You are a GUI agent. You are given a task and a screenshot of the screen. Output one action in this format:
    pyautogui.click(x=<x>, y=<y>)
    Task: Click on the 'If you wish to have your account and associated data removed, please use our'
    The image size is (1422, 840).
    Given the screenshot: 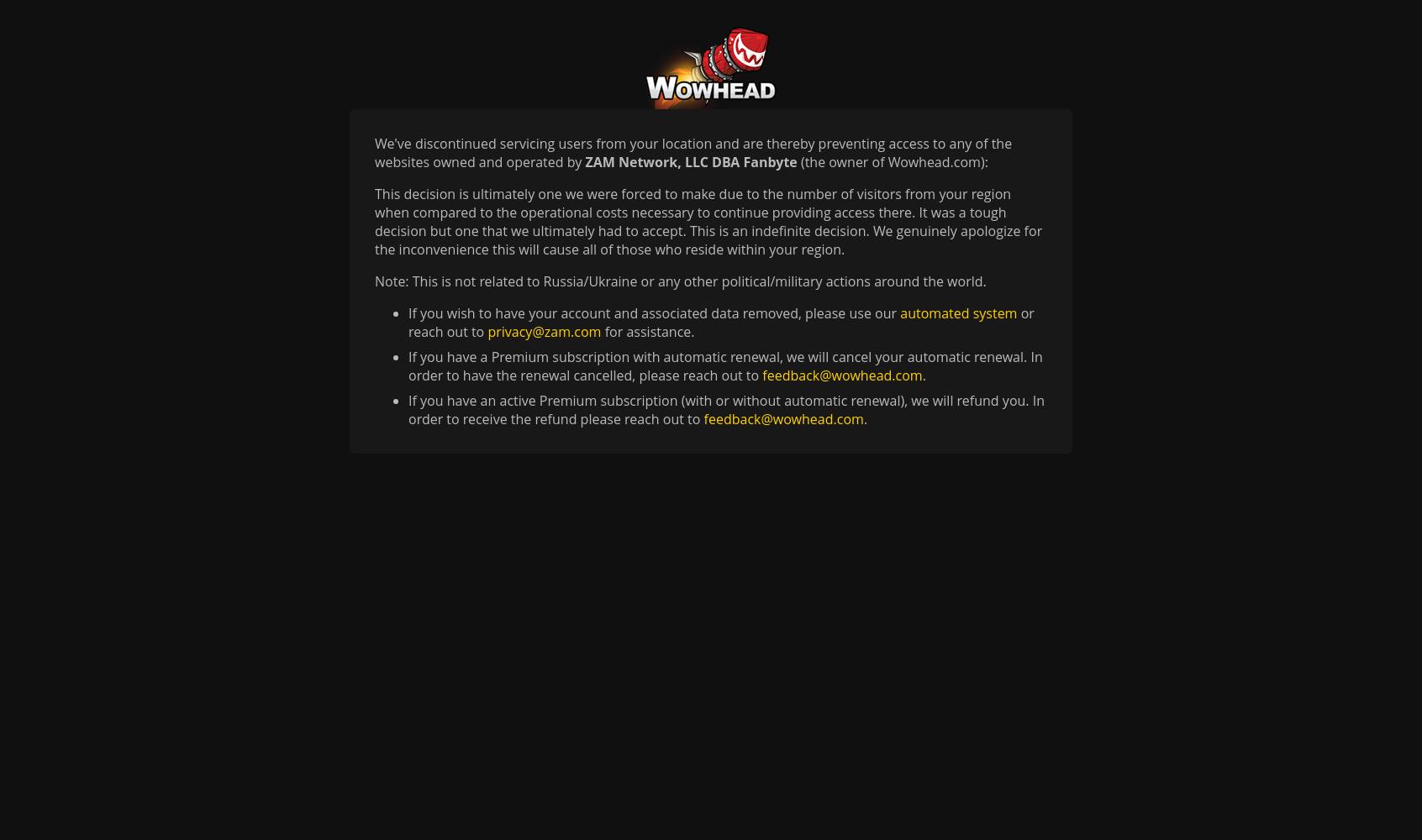 What is the action you would take?
    pyautogui.click(x=654, y=312)
    